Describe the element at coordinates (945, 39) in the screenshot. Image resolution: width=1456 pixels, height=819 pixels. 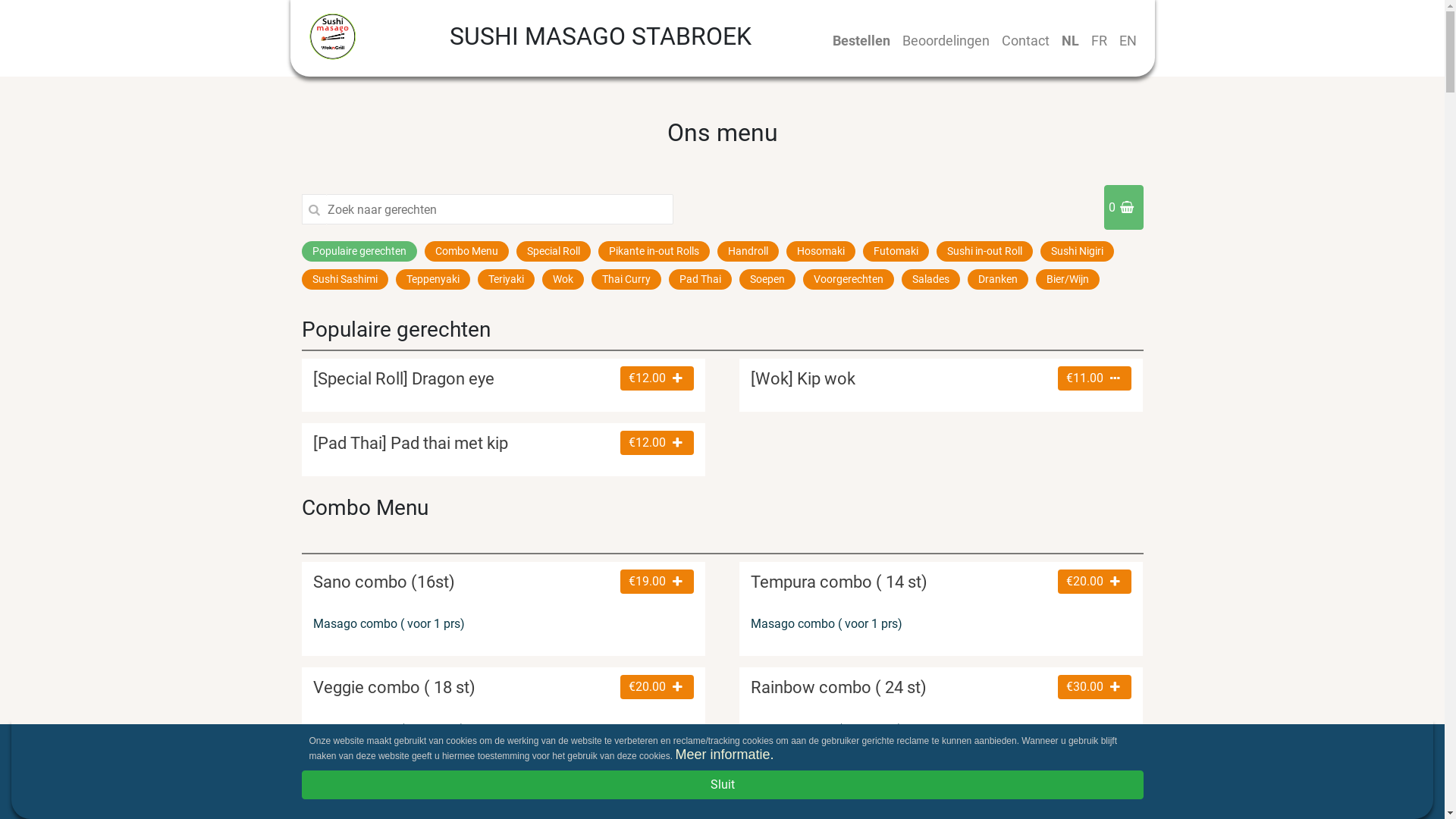
I see `'Beoordelingen'` at that location.